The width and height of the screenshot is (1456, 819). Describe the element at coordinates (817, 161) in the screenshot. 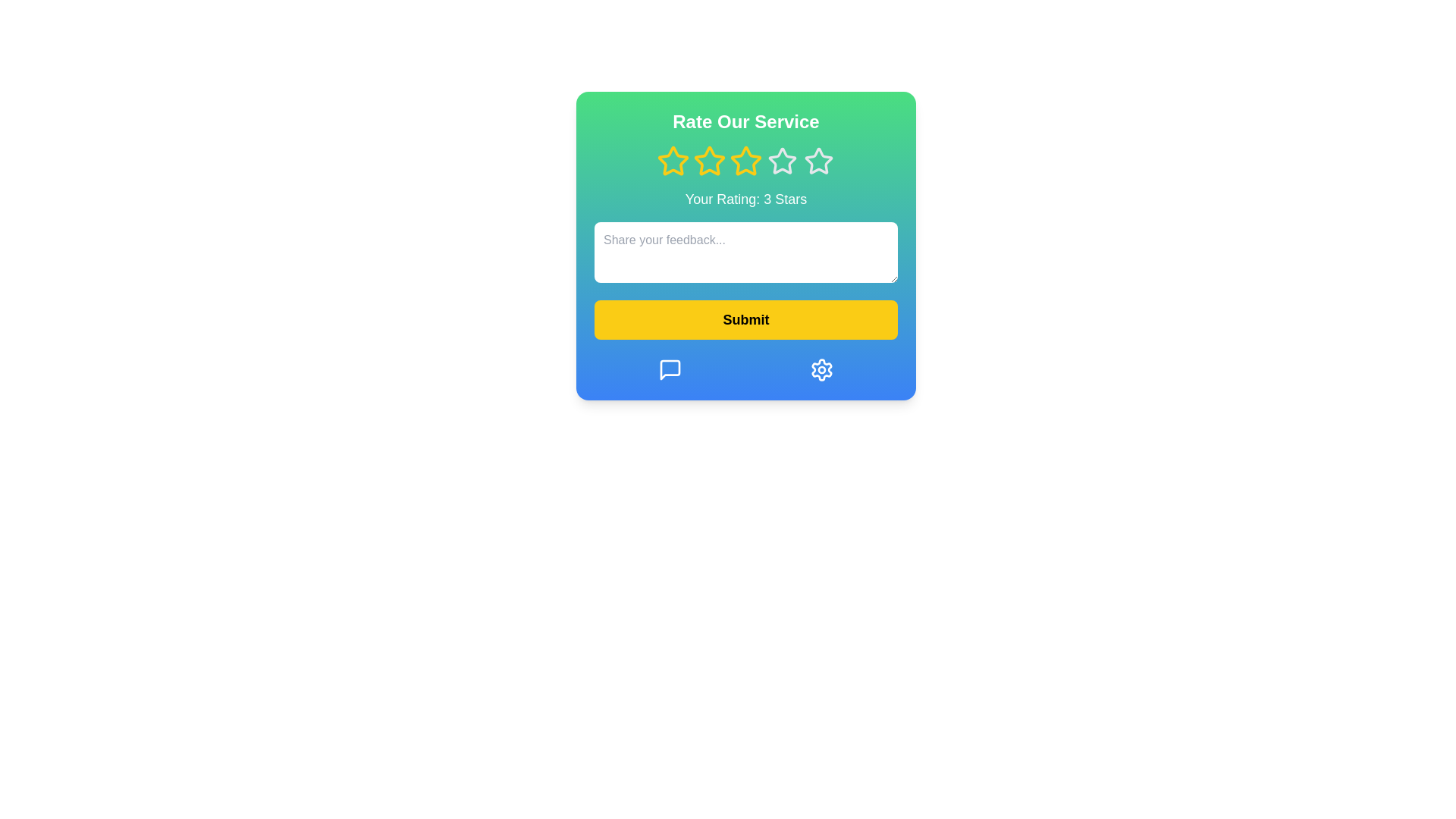

I see `the fourth star in the interactive rating system` at that location.